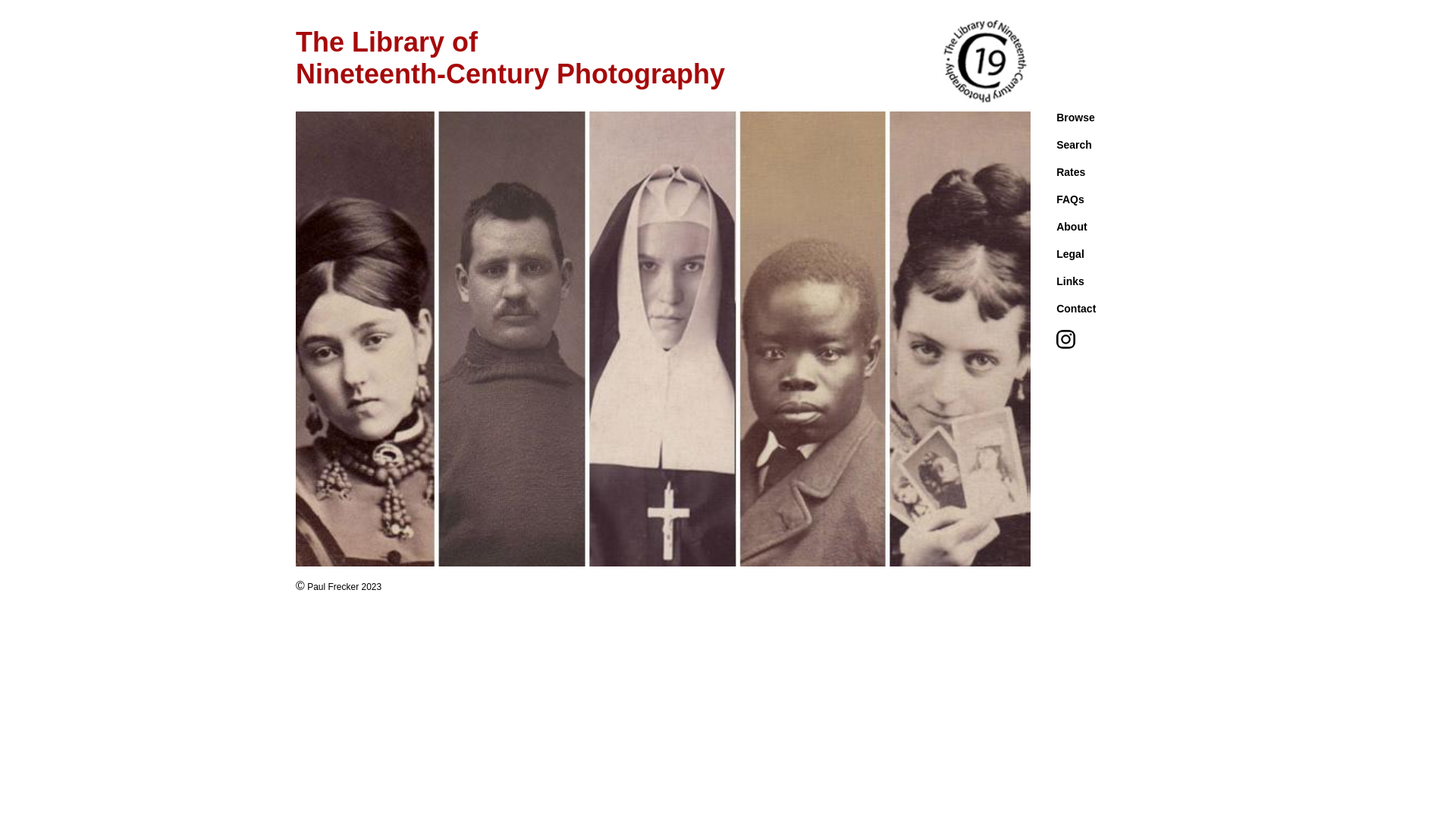 The image size is (1456, 819). What do you see at coordinates (1075, 116) in the screenshot?
I see `'Browse'` at bounding box center [1075, 116].